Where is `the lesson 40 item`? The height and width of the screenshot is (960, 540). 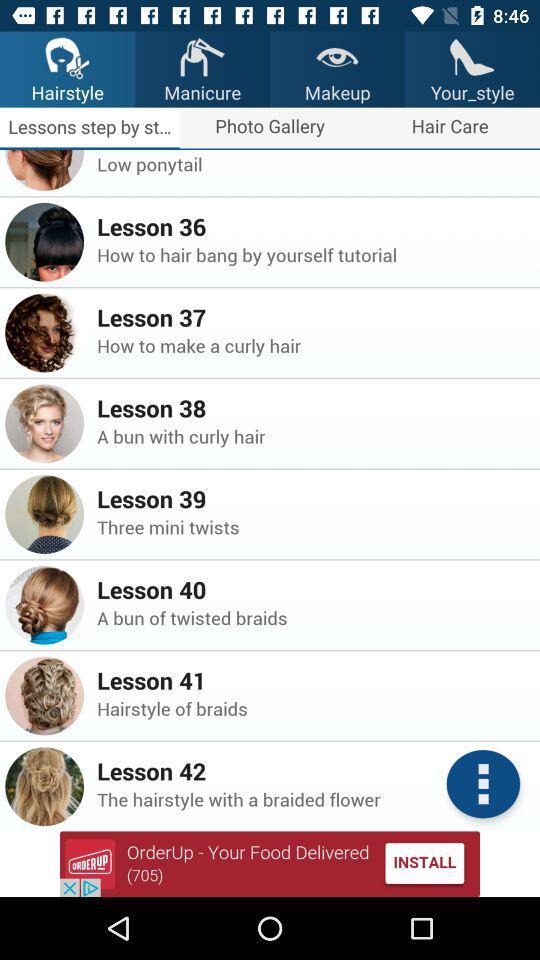 the lesson 40 item is located at coordinates (312, 589).